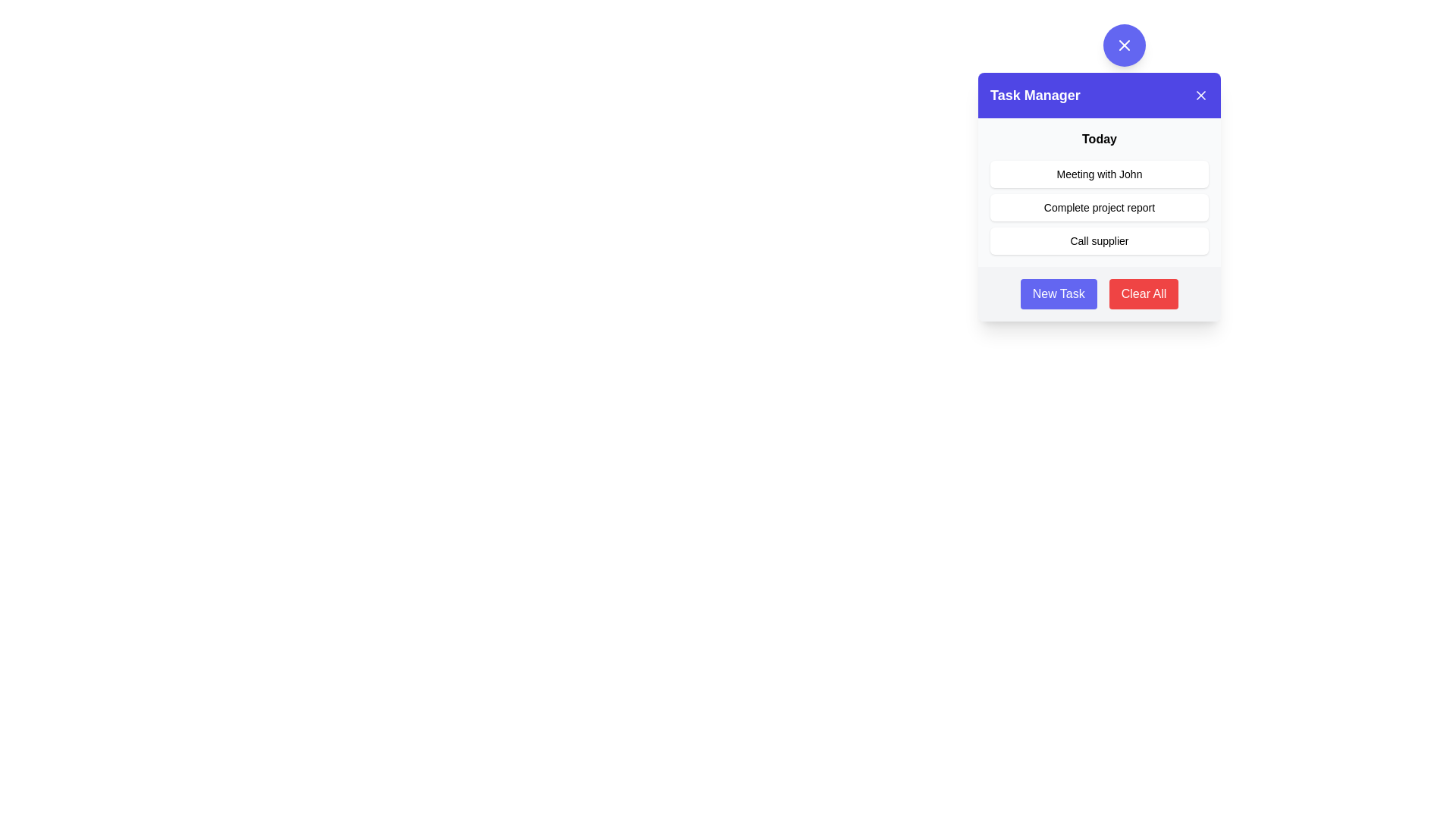 This screenshot has width=1456, height=819. Describe the element at coordinates (1099, 174) in the screenshot. I see `the task item labeled 'Meeting with John'` at that location.